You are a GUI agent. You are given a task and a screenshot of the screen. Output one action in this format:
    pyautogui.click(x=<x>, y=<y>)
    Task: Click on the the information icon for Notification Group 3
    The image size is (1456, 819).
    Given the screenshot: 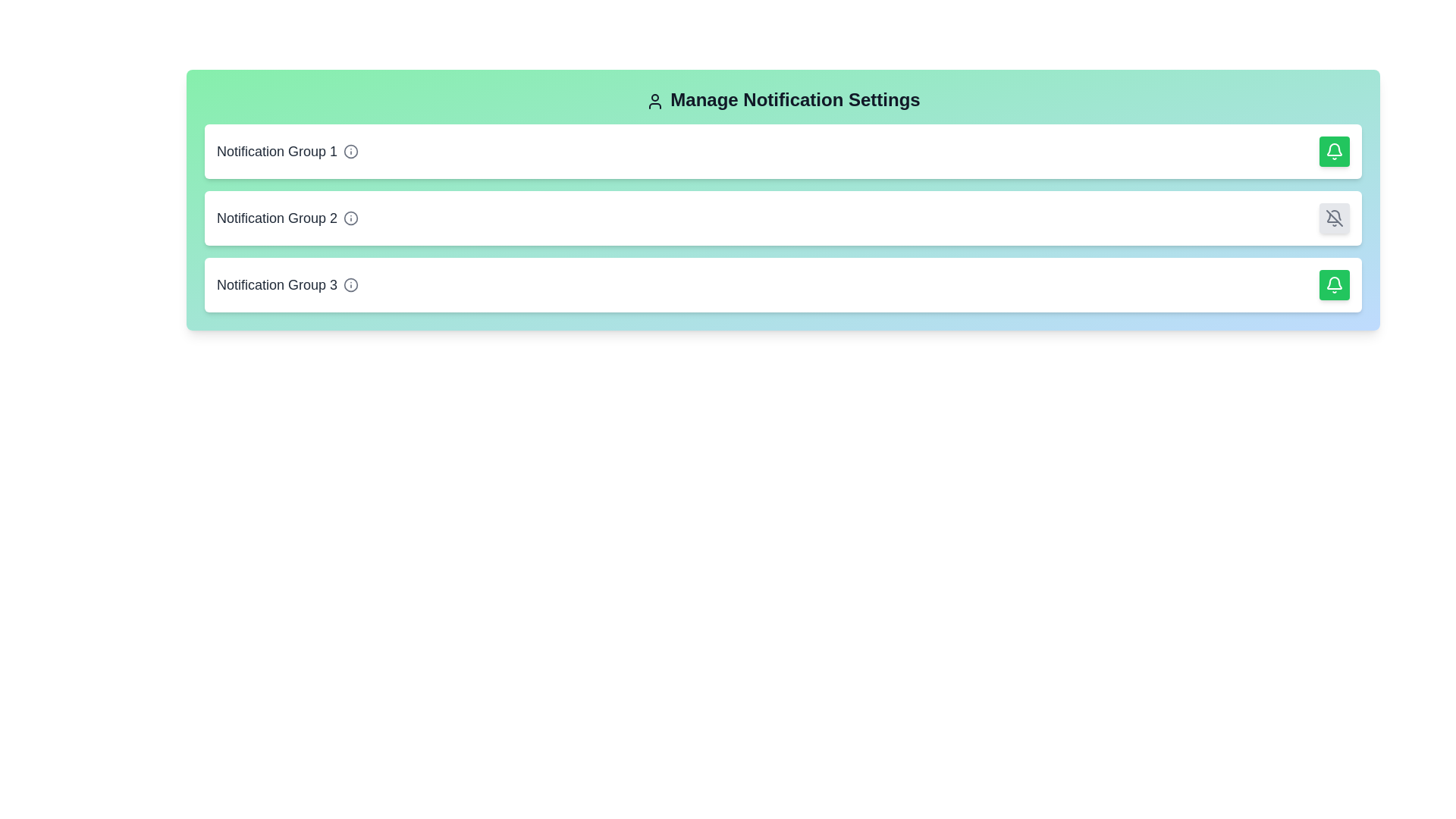 What is the action you would take?
    pyautogui.click(x=350, y=284)
    